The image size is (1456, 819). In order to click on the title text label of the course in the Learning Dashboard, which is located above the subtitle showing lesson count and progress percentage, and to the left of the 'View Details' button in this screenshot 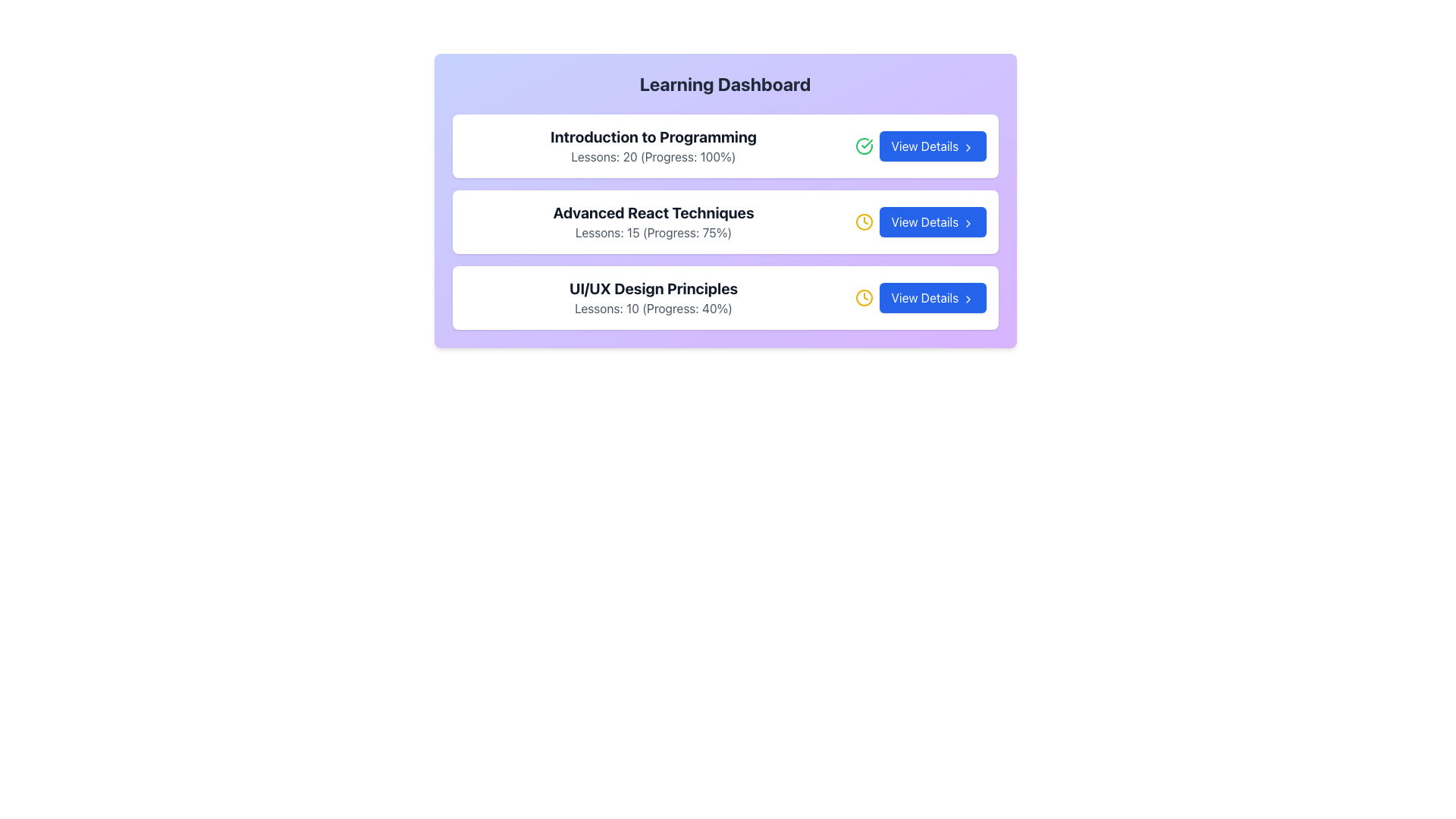, I will do `click(654, 289)`.